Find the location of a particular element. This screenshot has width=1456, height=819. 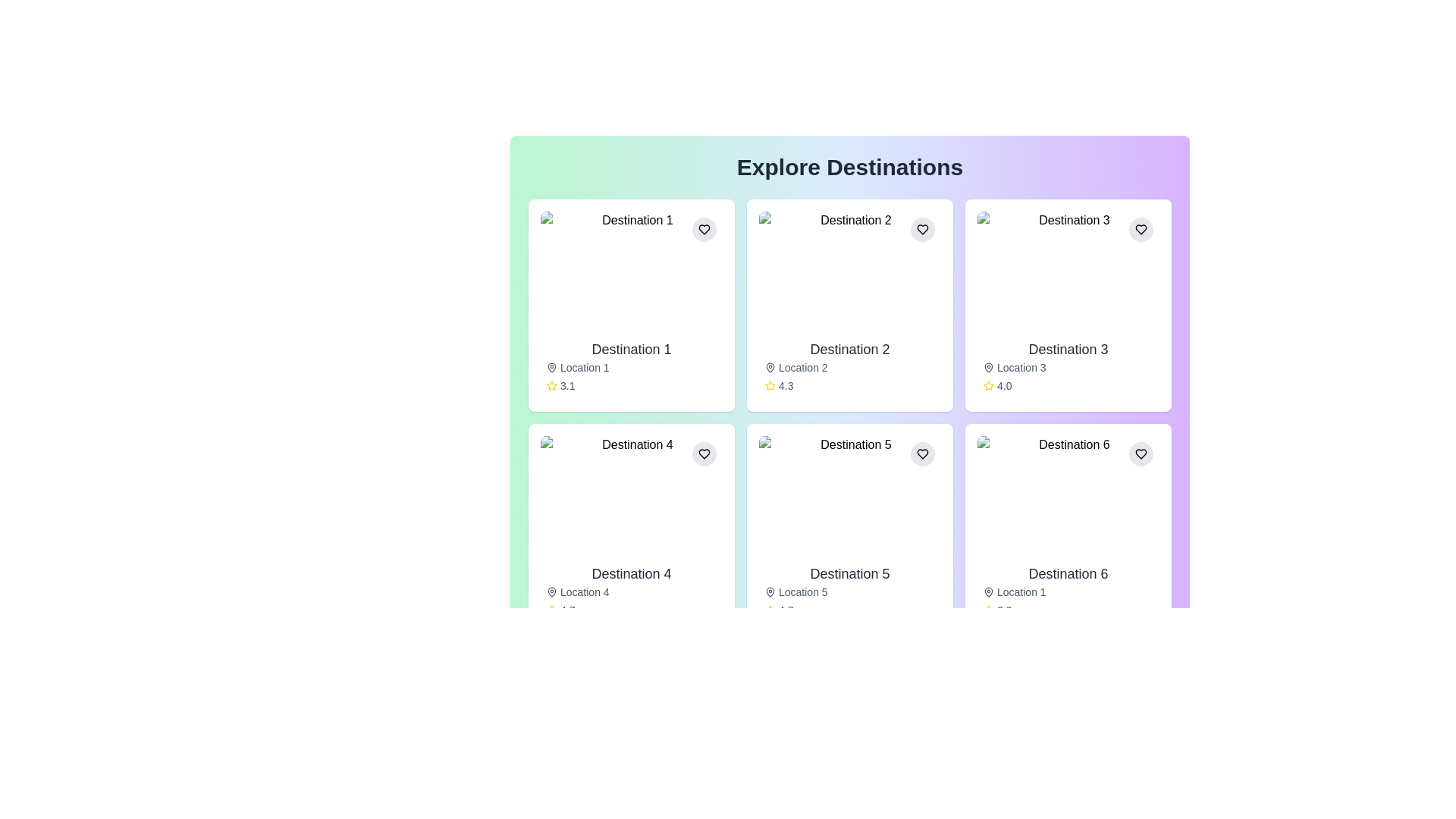

the pin-shaped vector graphic icon located in the third card under 'Explore Destinations', near 'Location 3' is located at coordinates (989, 366).